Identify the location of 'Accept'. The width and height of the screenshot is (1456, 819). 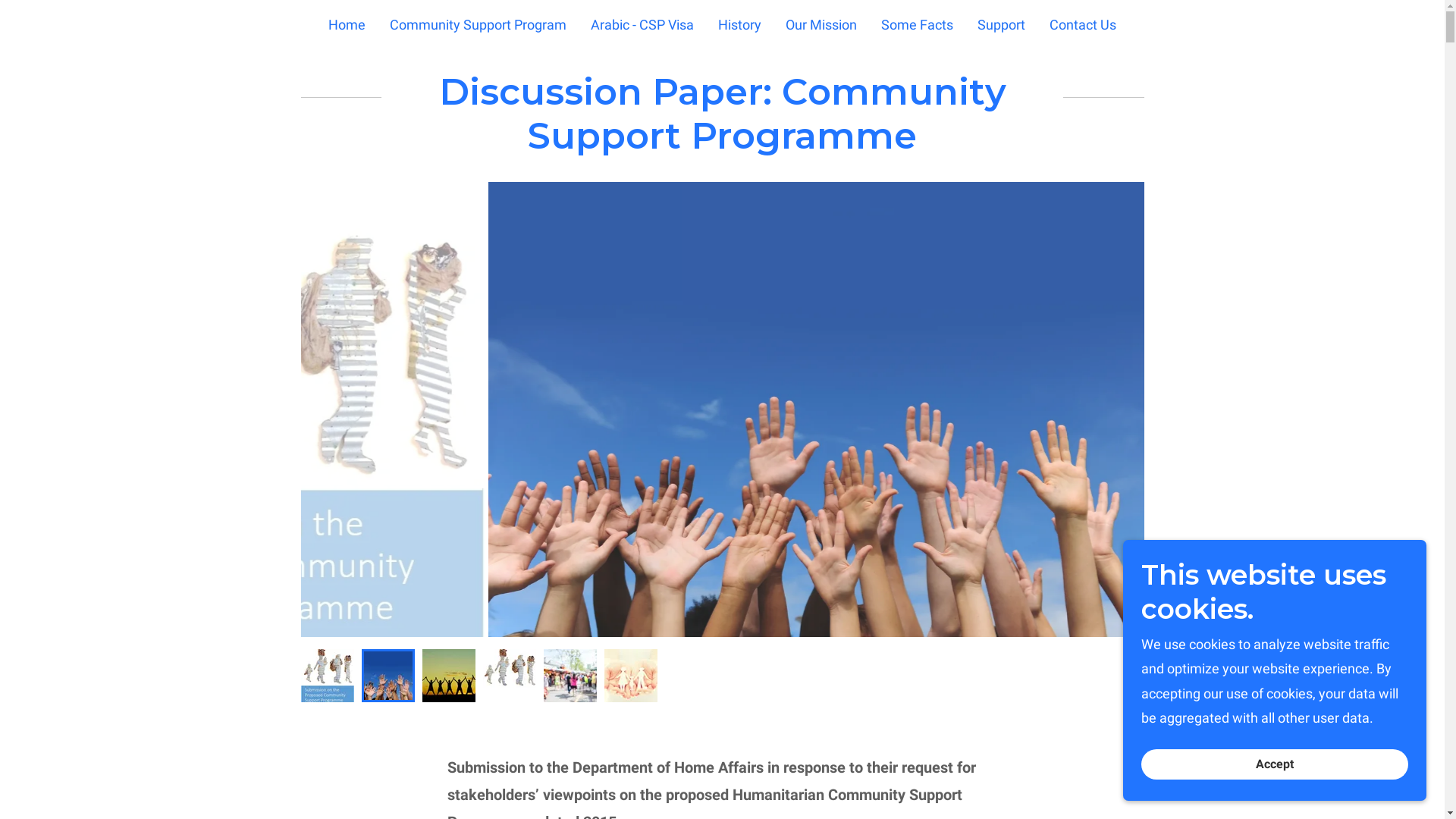
(1274, 764).